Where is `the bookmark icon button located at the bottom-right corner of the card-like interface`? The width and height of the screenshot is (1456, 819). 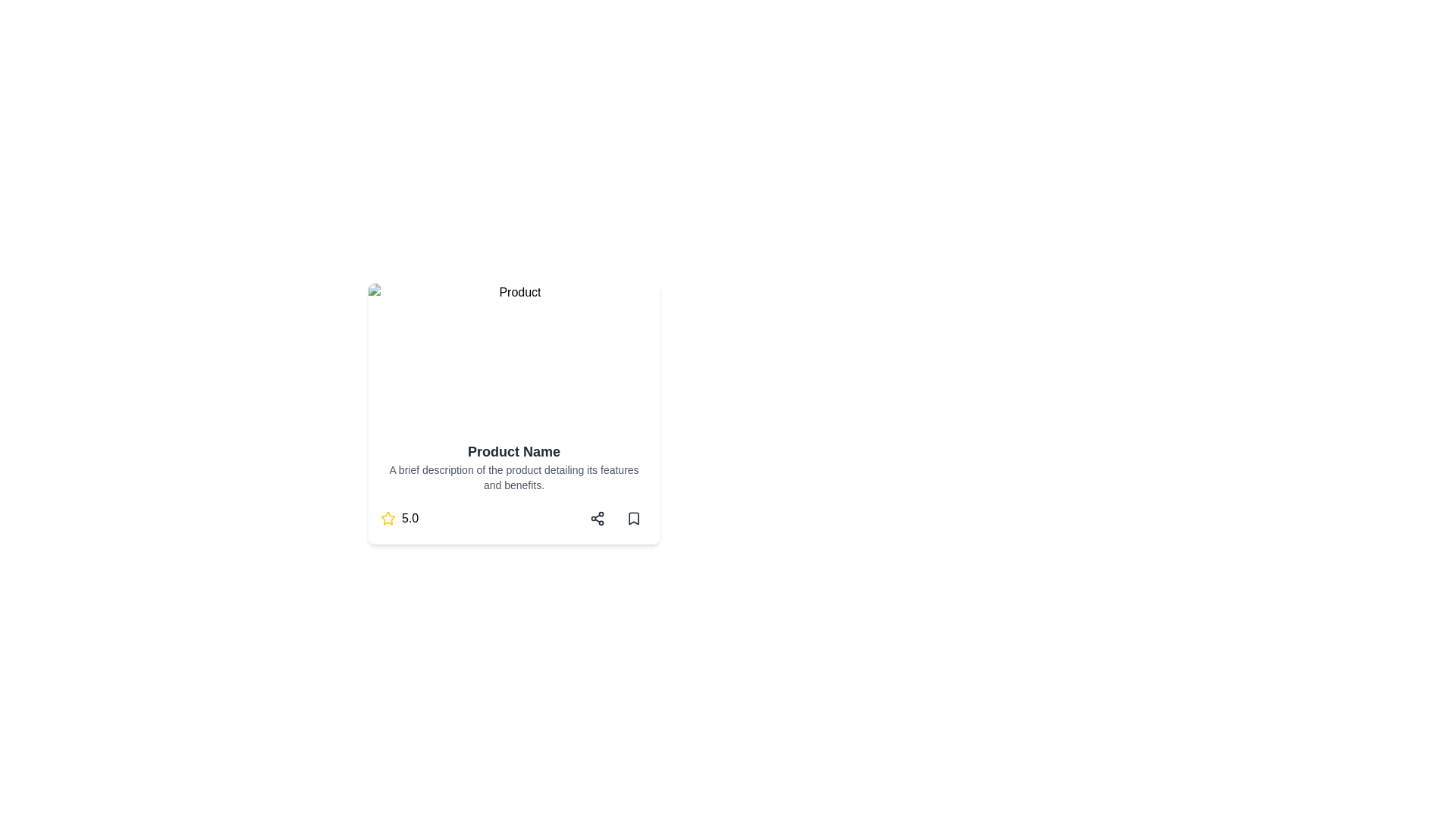 the bookmark icon button located at the bottom-right corner of the card-like interface is located at coordinates (633, 517).